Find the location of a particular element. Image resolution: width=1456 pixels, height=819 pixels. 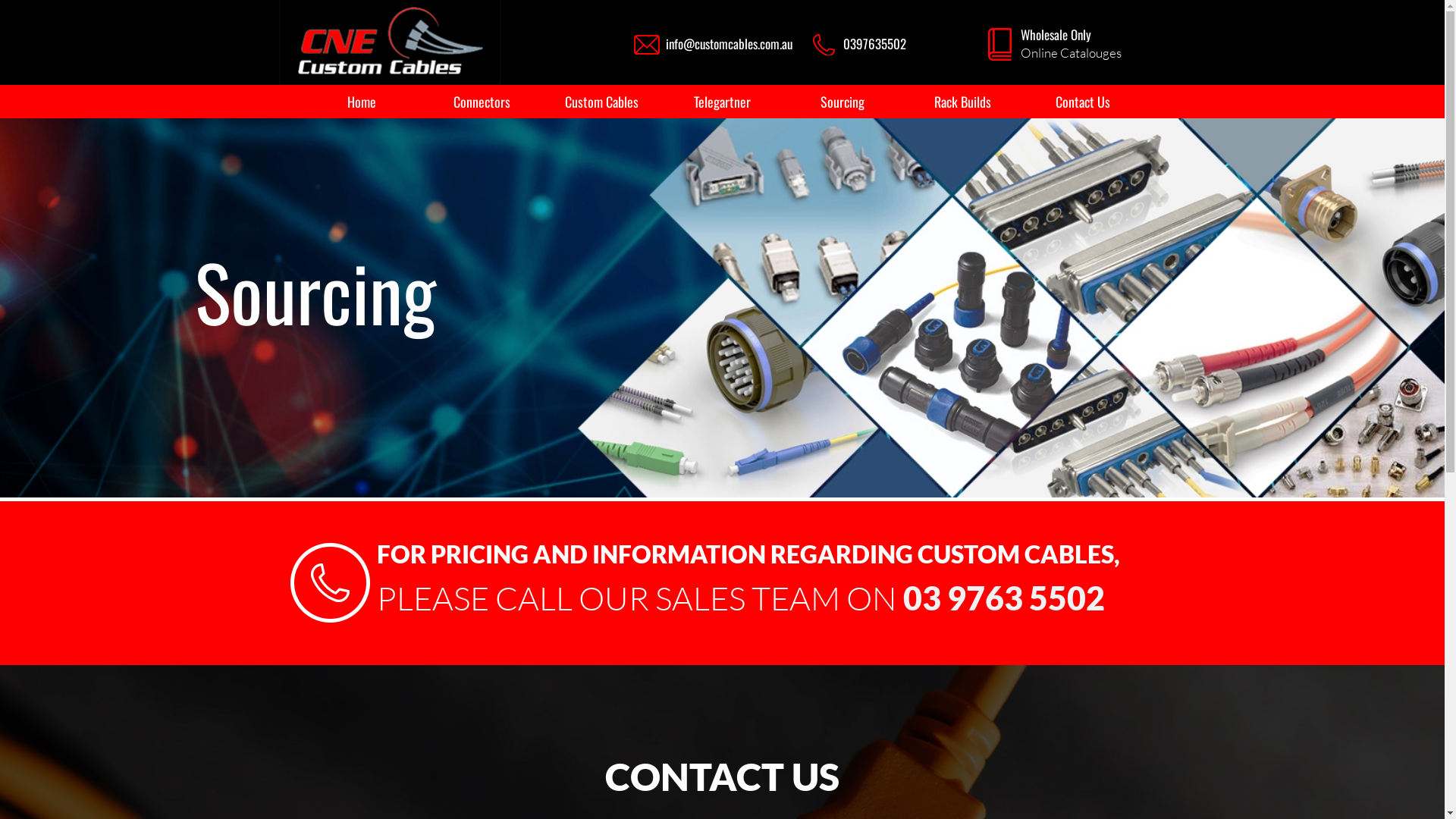

'Rack Builds' is located at coordinates (962, 102).